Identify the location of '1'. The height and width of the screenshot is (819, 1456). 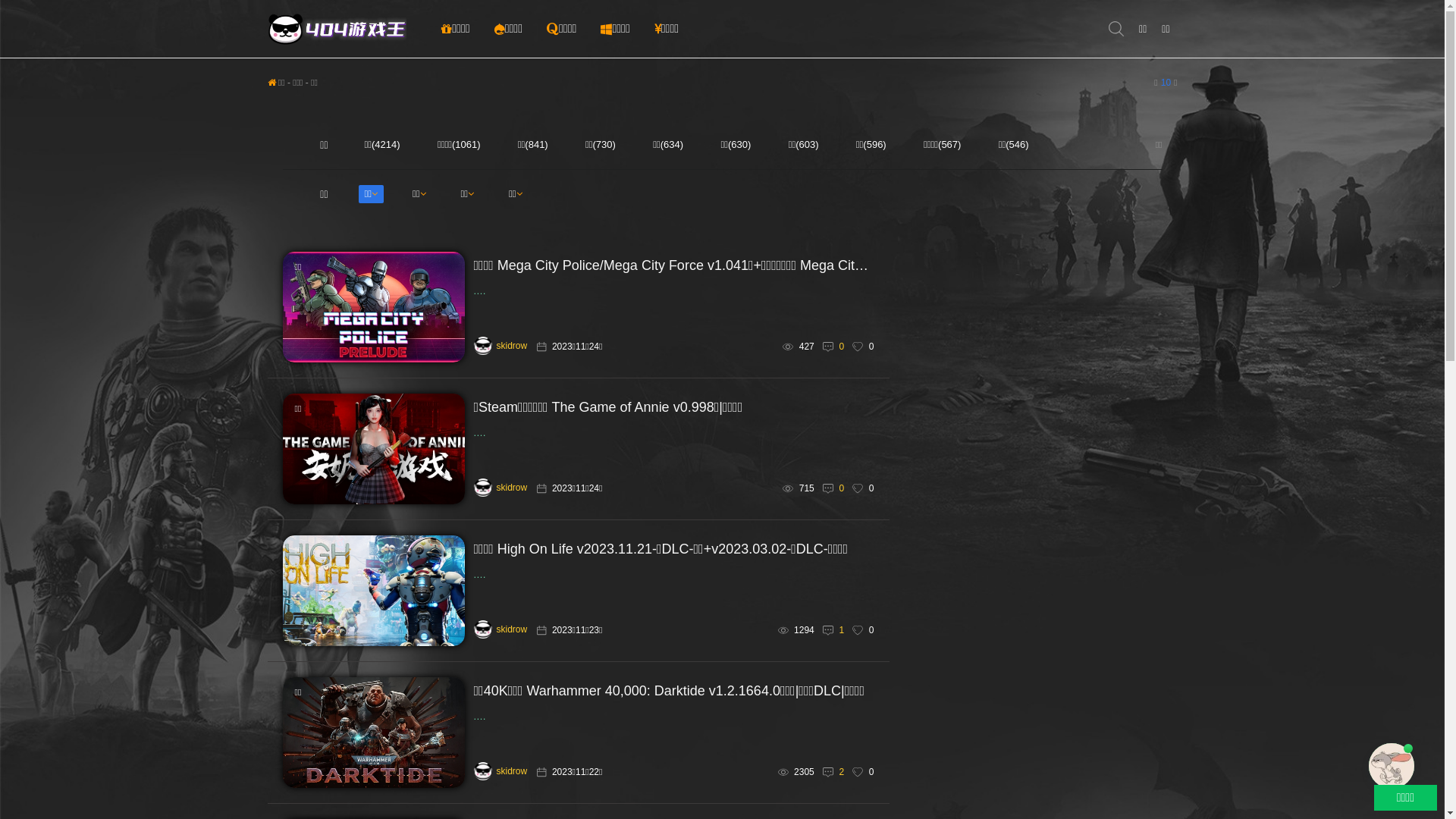
(840, 629).